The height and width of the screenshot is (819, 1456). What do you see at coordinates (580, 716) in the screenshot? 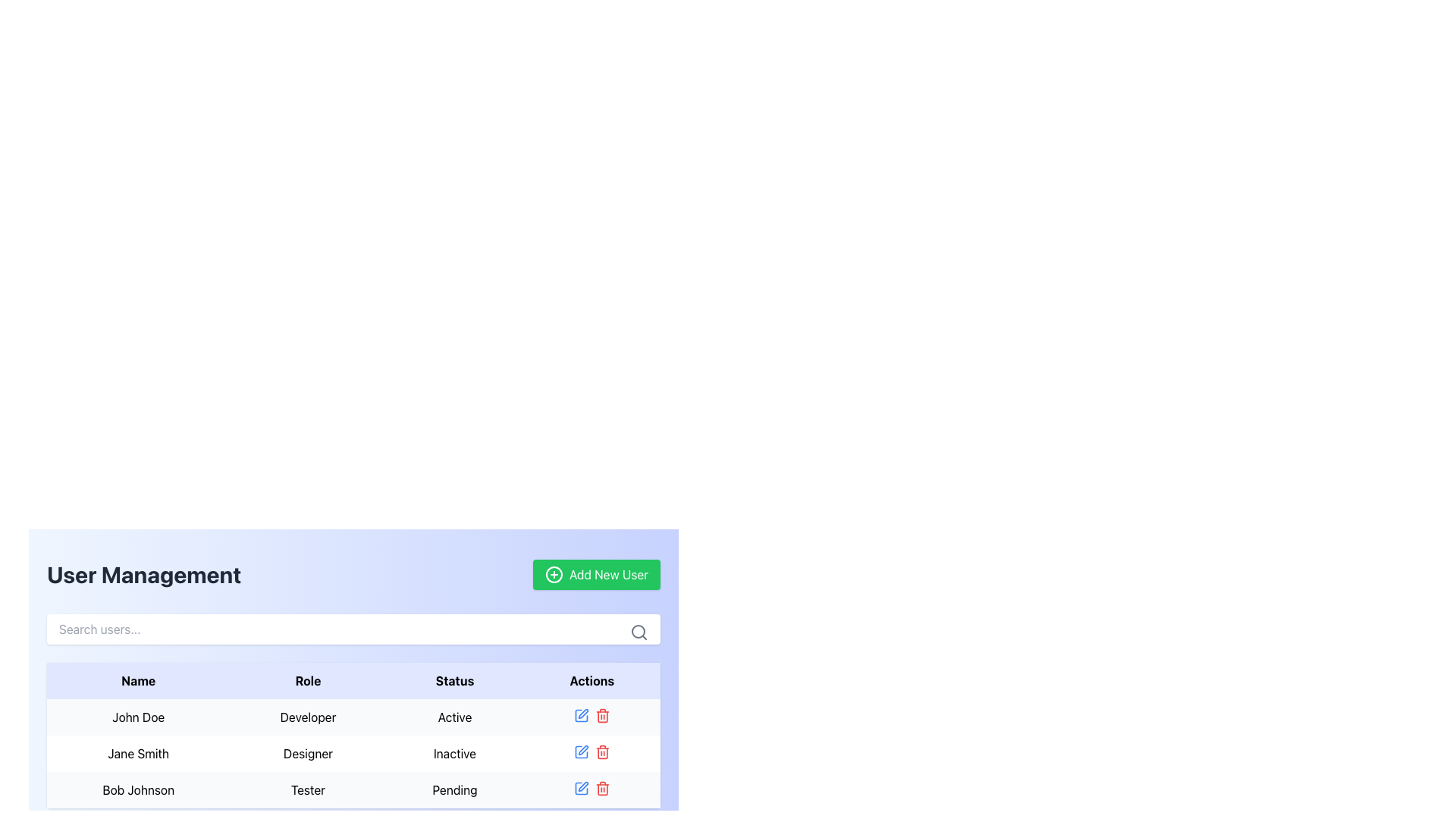
I see `the blue pen icon button located in the 'Actions' column of the first user entry in the table for keyboard navigation` at bounding box center [580, 716].